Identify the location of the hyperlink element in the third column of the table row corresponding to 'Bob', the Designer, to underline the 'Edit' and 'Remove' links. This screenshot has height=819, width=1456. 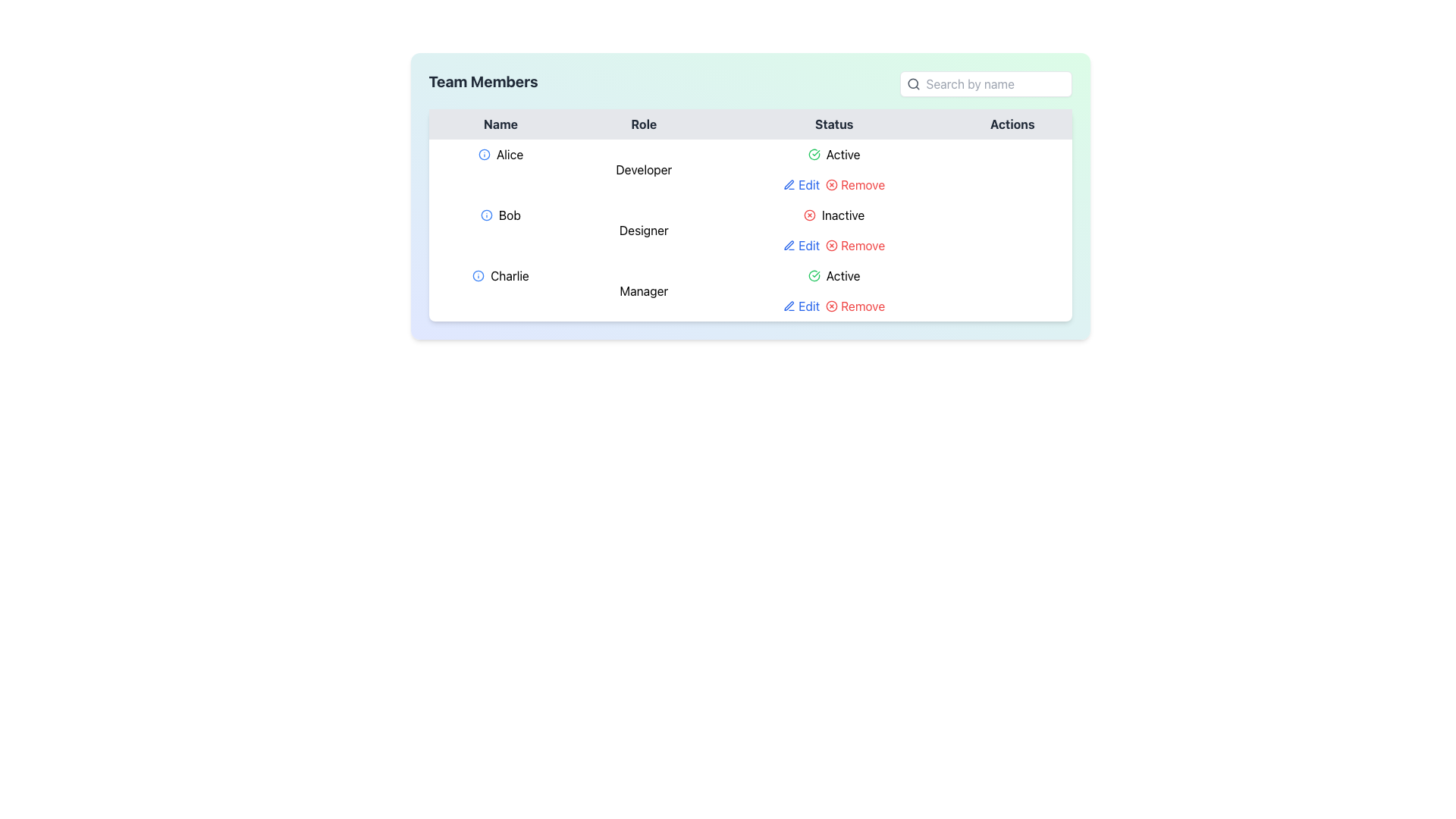
(833, 245).